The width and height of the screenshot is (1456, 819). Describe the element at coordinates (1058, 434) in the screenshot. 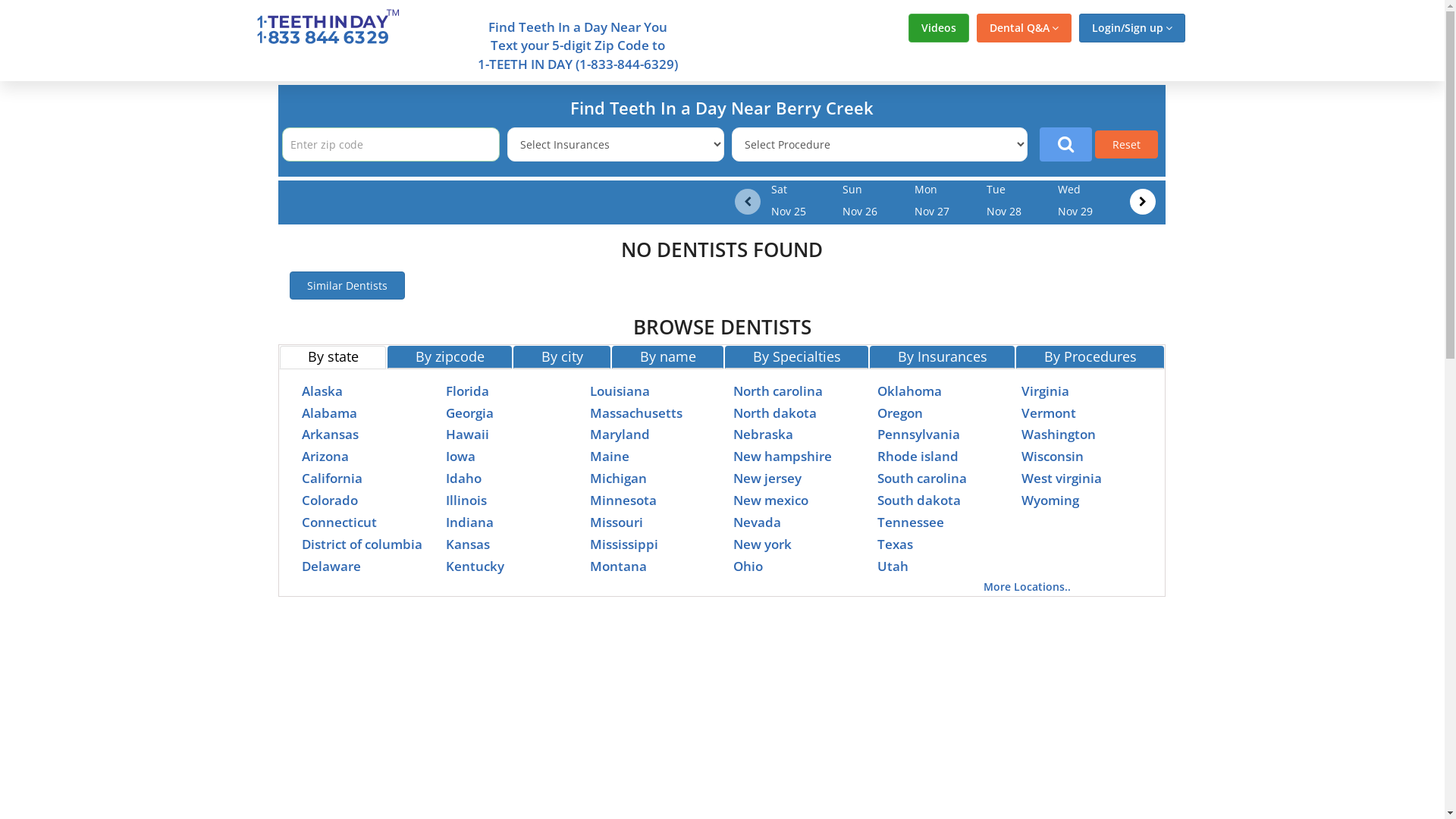

I see `'Washington'` at that location.